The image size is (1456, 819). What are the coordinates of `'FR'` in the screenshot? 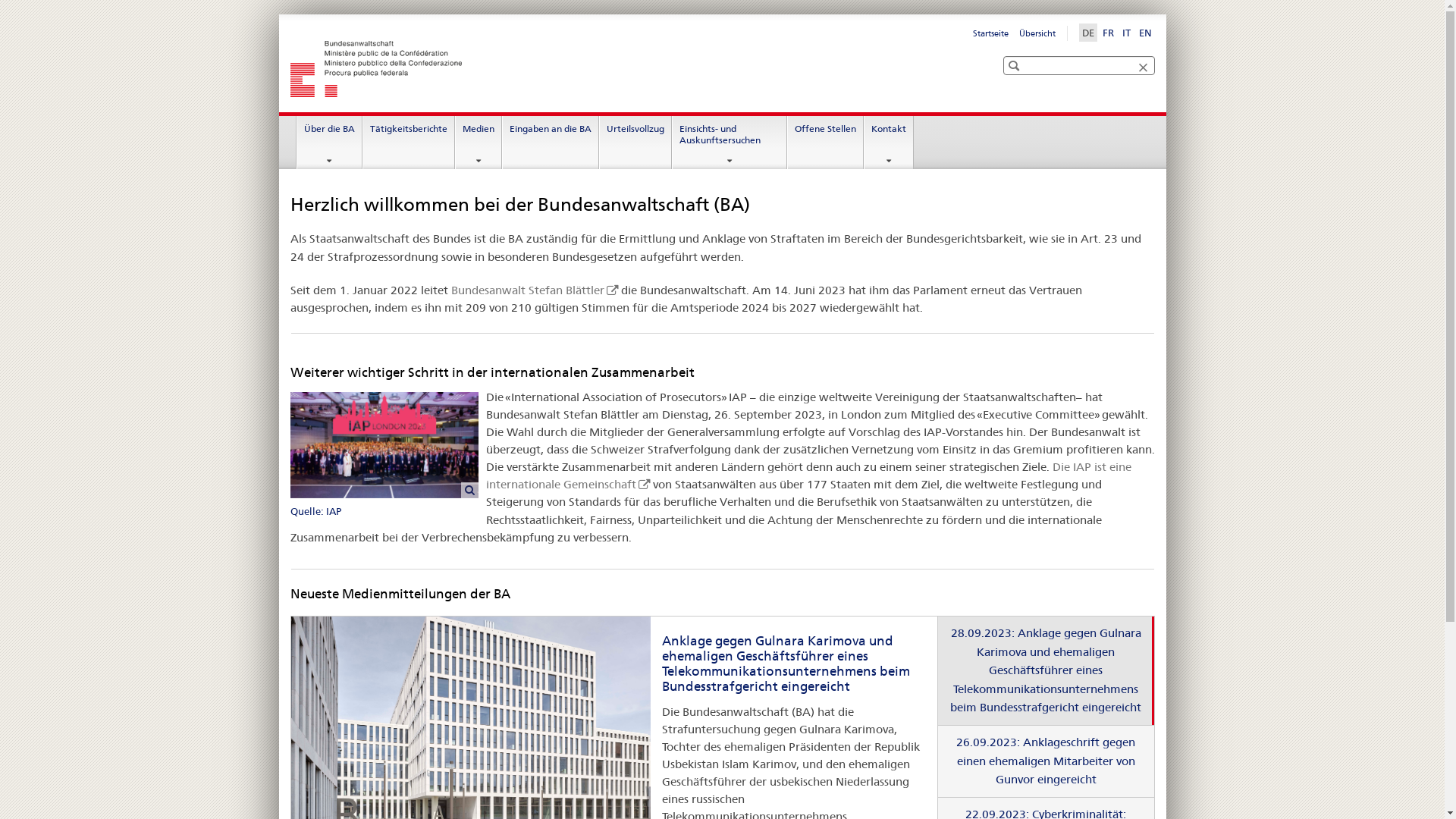 It's located at (1108, 32).